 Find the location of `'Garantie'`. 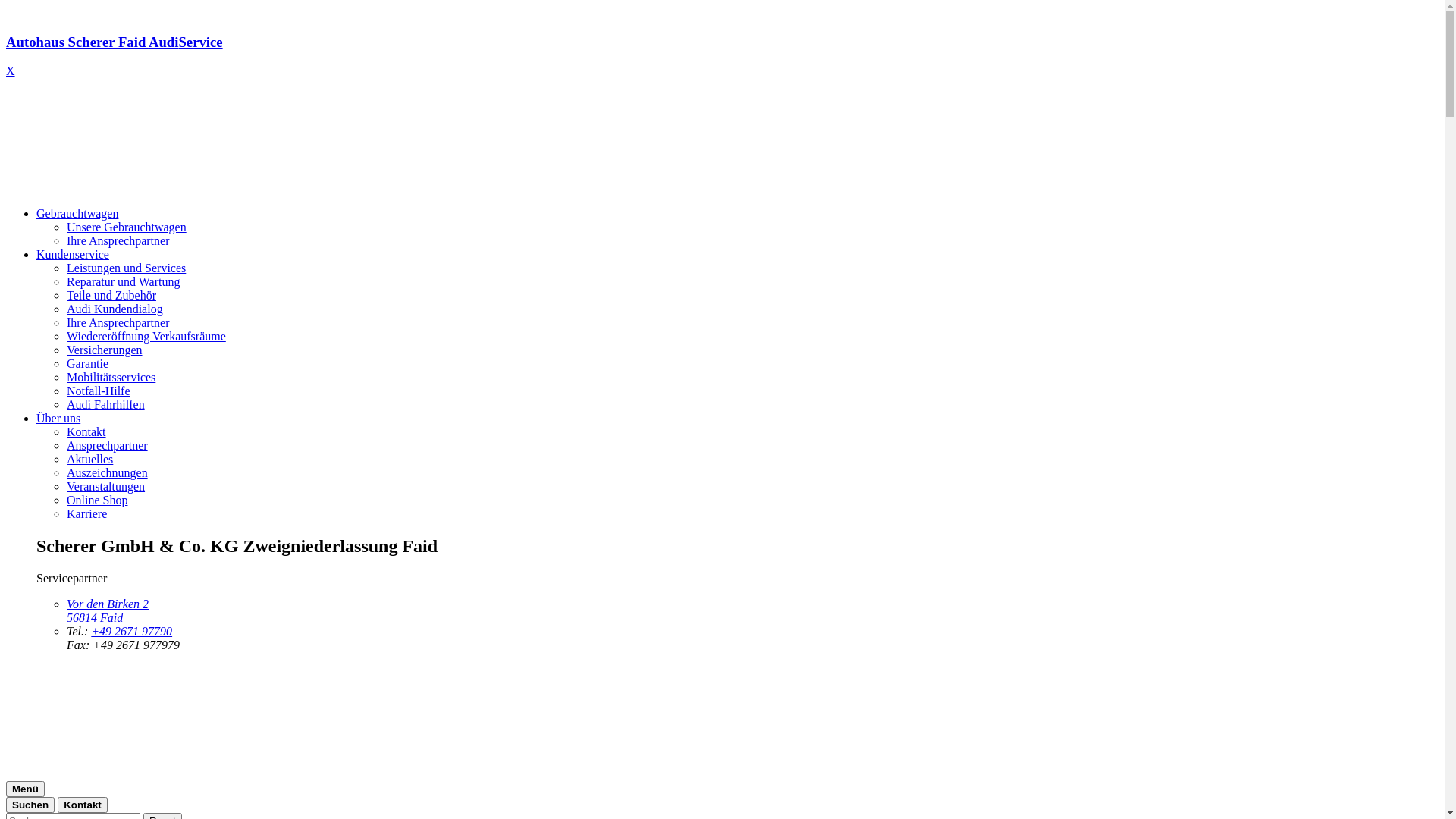

'Garantie' is located at coordinates (86, 363).